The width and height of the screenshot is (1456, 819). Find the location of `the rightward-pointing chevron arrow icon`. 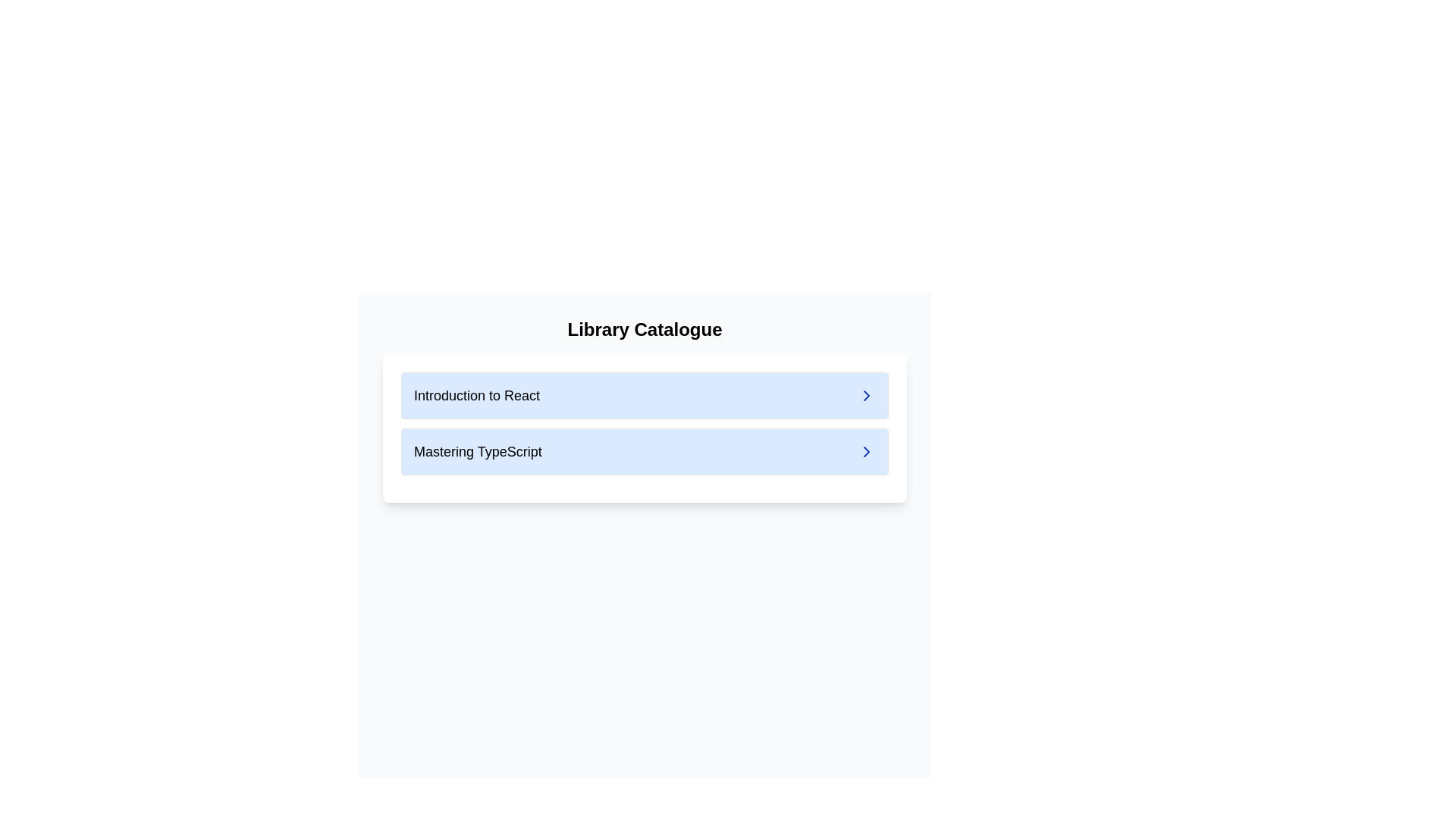

the rightward-pointing chevron arrow icon is located at coordinates (866, 394).